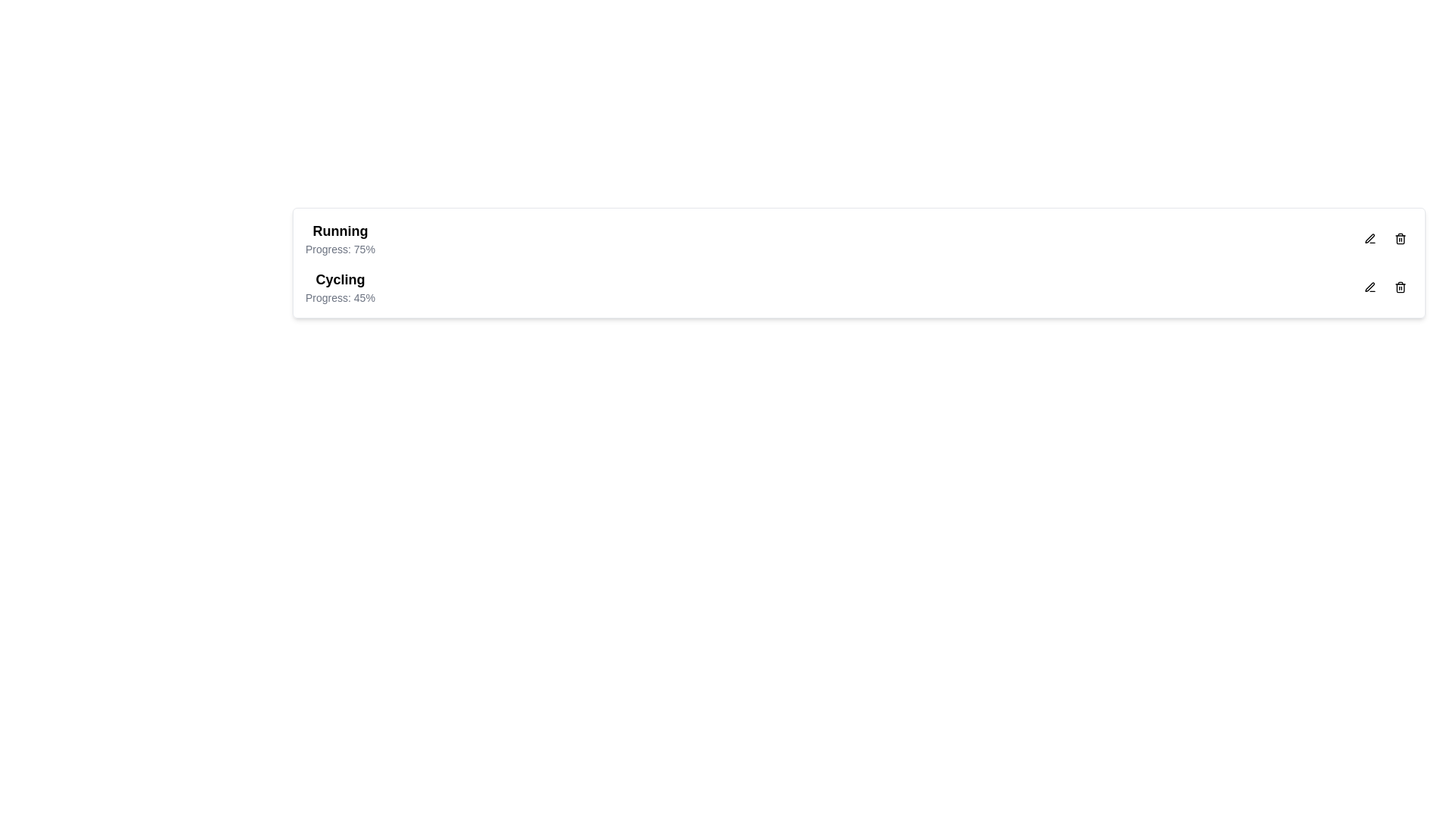 The height and width of the screenshot is (819, 1456). I want to click on text from the Text Display component that shows 'Running' in bold and 'Progress: 75%' in gray, which is the first item in a vertically arranged list, so click(339, 239).